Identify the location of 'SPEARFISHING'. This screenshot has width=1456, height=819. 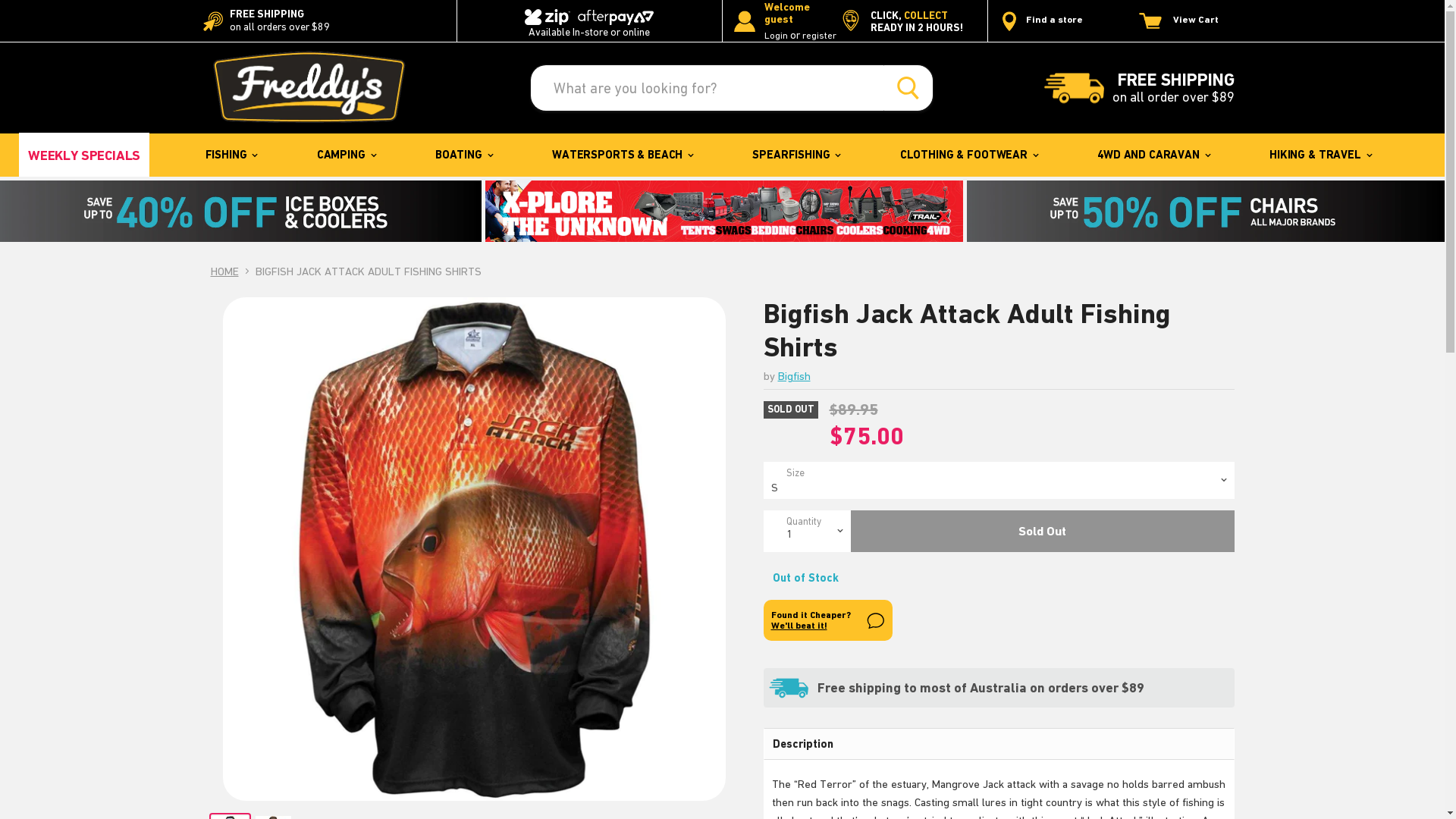
(795, 155).